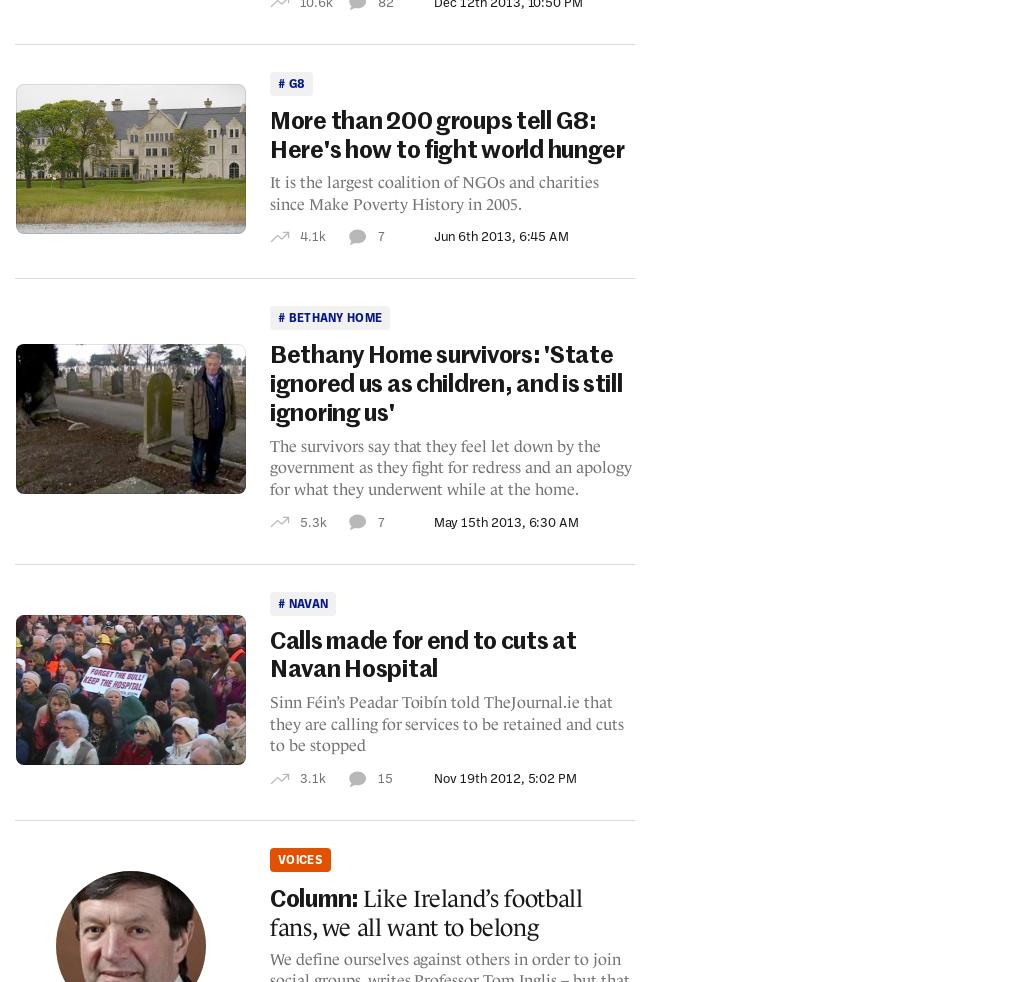 The width and height of the screenshot is (1034, 982). What do you see at coordinates (290, 81) in the screenshot?
I see `'# G8'` at bounding box center [290, 81].